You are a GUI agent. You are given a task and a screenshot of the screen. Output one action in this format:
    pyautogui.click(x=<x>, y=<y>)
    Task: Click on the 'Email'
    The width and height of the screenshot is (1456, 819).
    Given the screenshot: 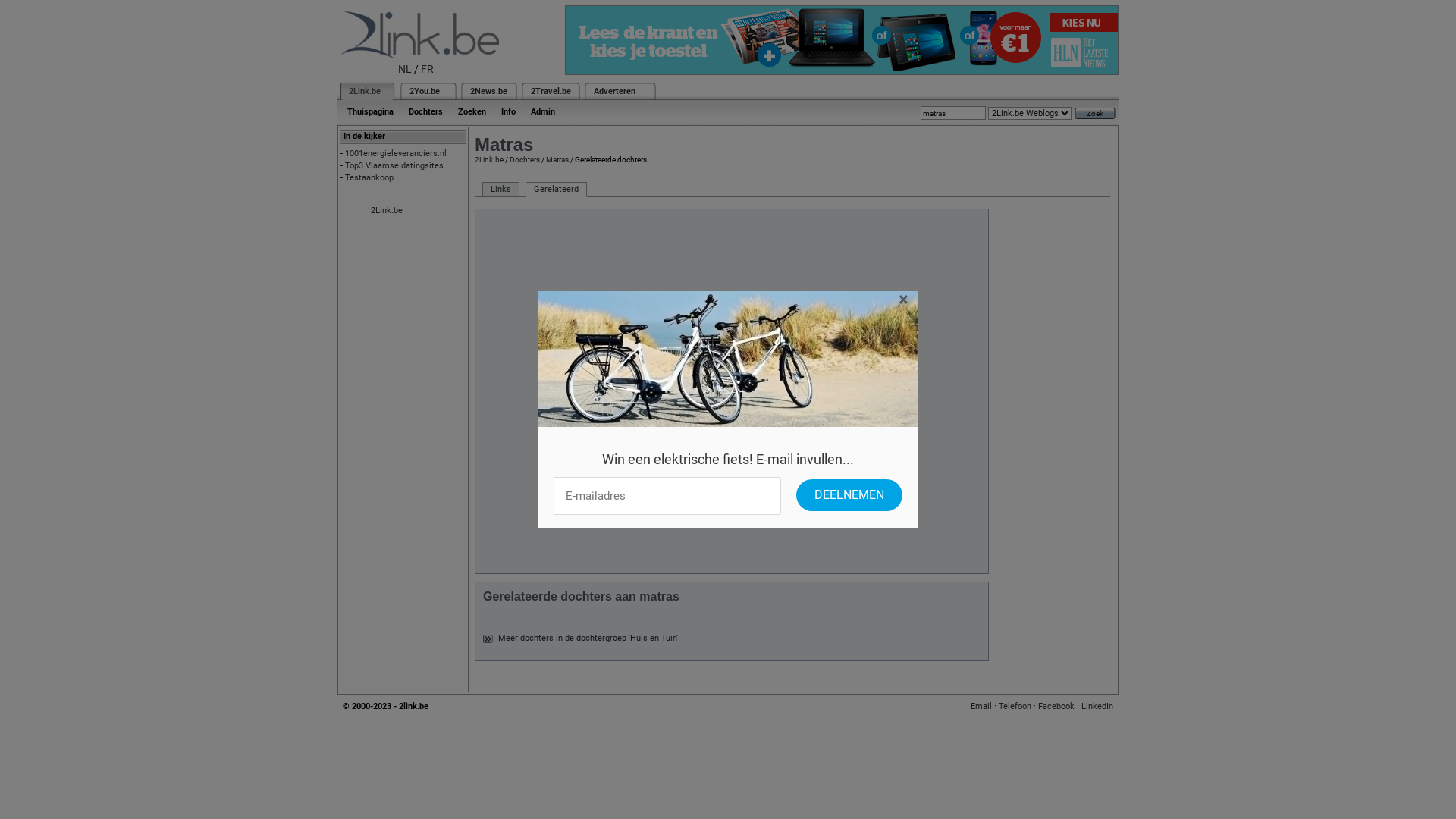 What is the action you would take?
    pyautogui.click(x=971, y=706)
    